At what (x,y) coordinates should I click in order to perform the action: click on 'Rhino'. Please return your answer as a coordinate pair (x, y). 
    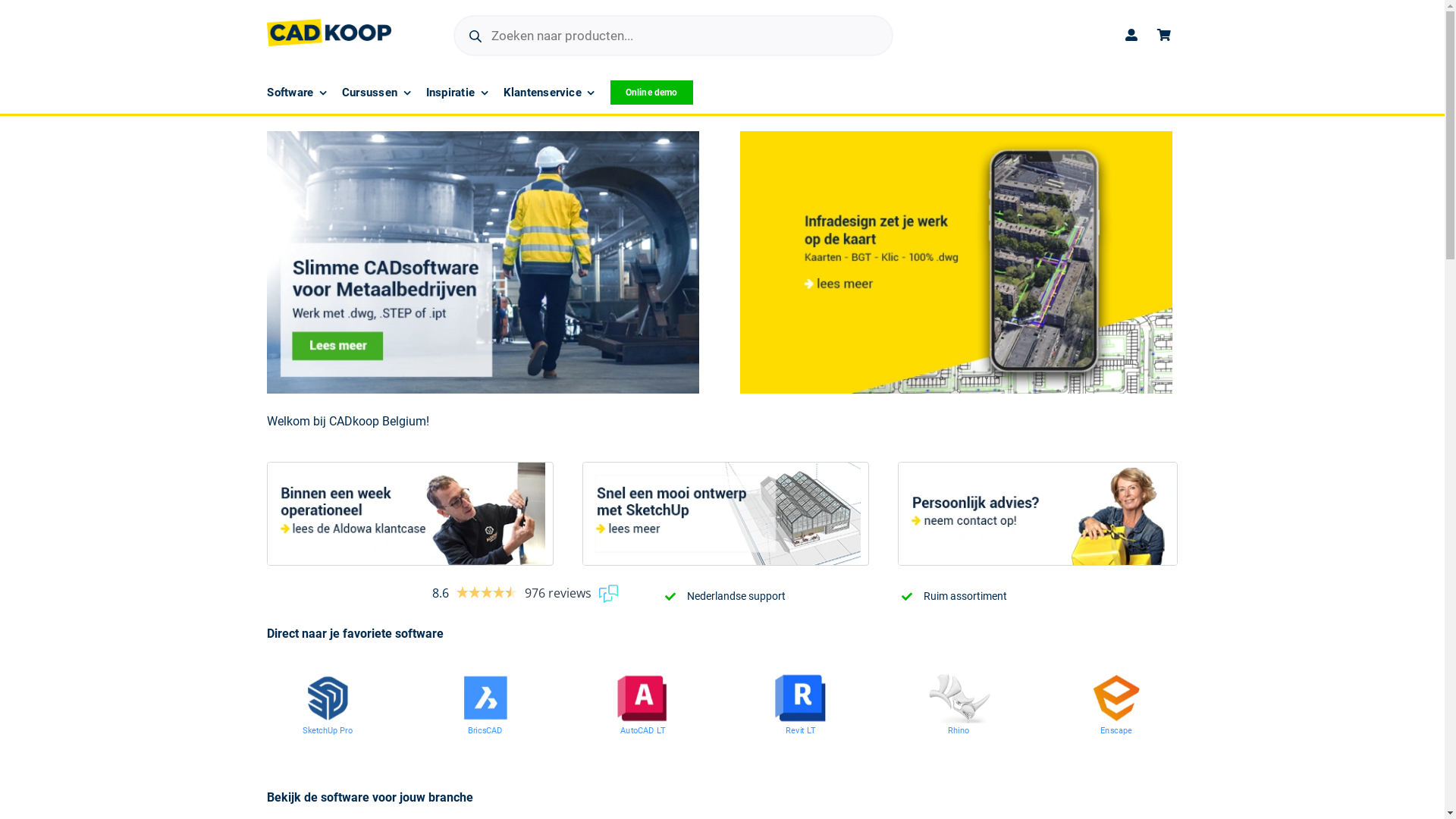
    Looking at the image, I should click on (962, 731).